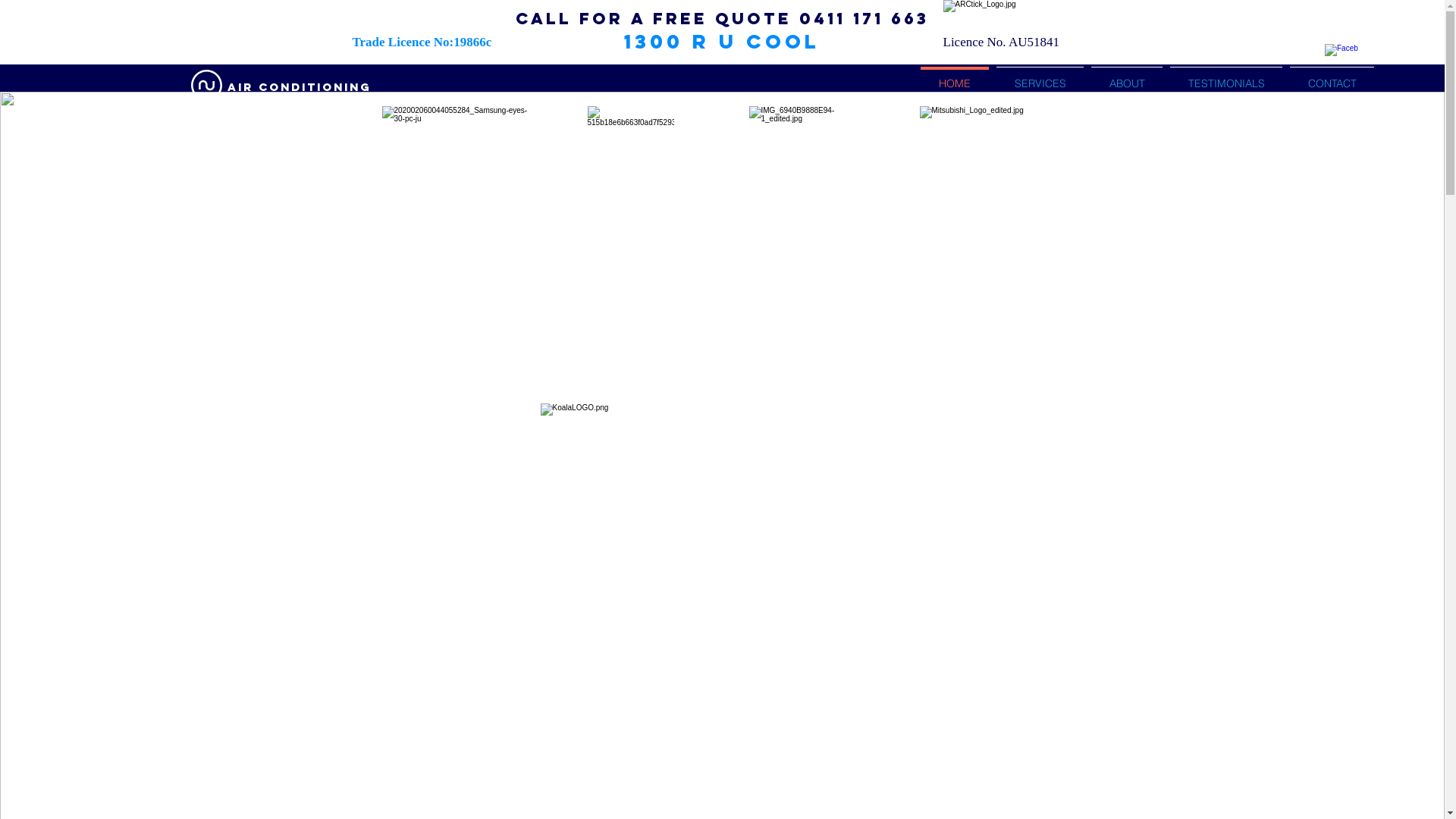  What do you see at coordinates (953, 77) in the screenshot?
I see `'HOME'` at bounding box center [953, 77].